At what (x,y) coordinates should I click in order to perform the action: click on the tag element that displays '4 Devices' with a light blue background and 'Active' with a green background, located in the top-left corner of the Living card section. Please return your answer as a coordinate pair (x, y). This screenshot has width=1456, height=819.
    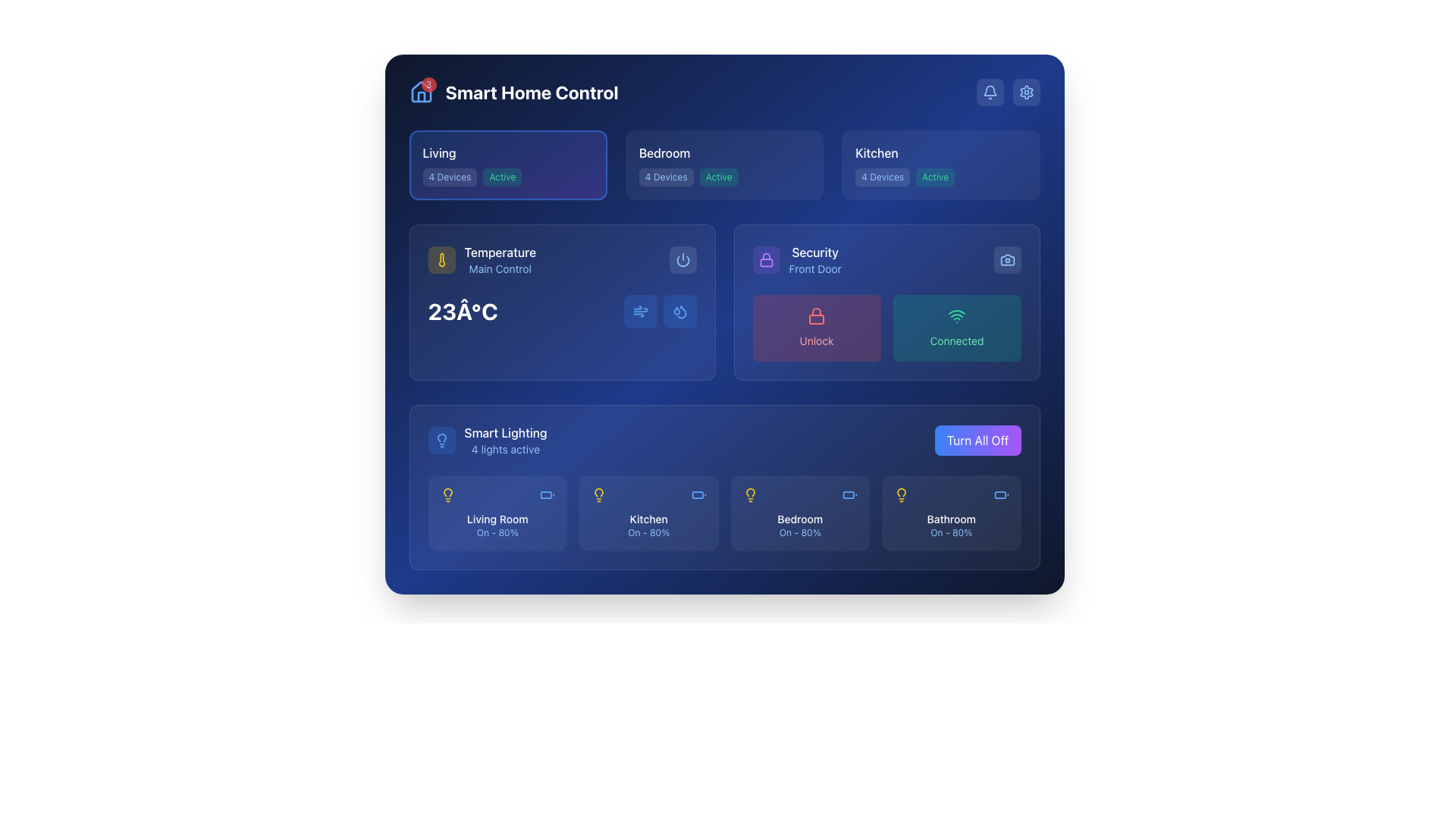
    Looking at the image, I should click on (508, 177).